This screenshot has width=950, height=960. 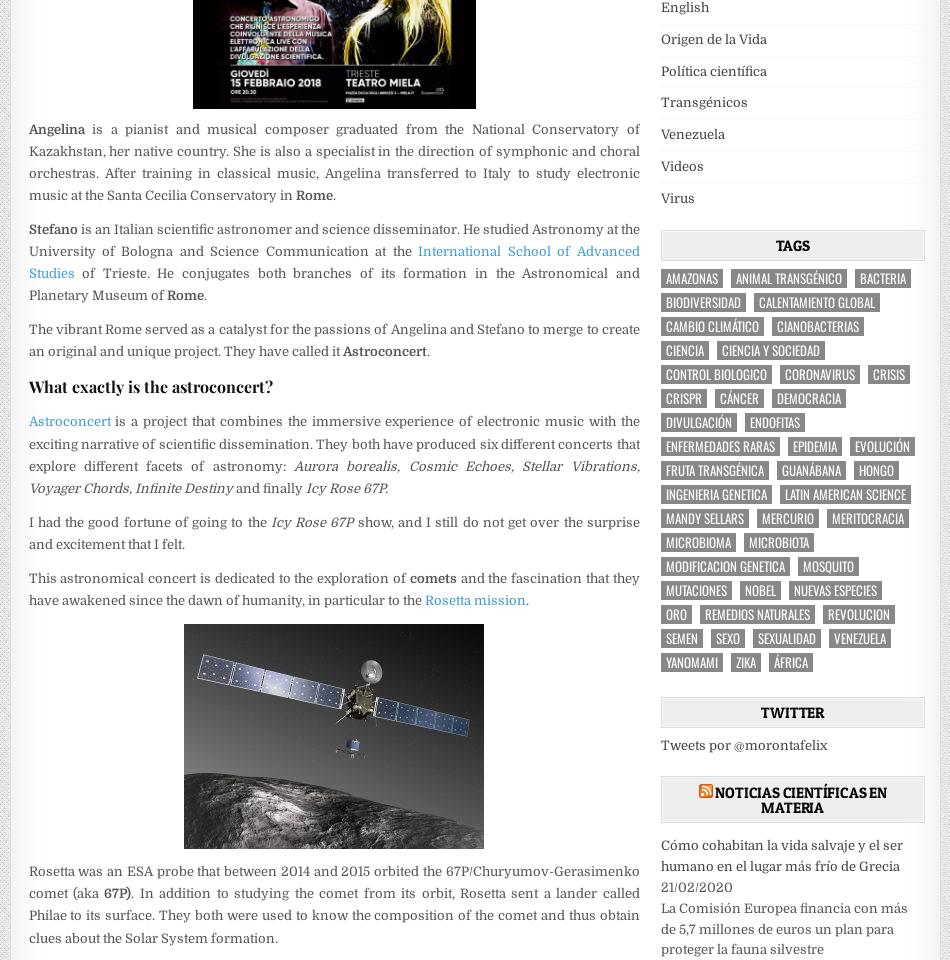 What do you see at coordinates (695, 885) in the screenshot?
I see `'21/02/2020'` at bounding box center [695, 885].